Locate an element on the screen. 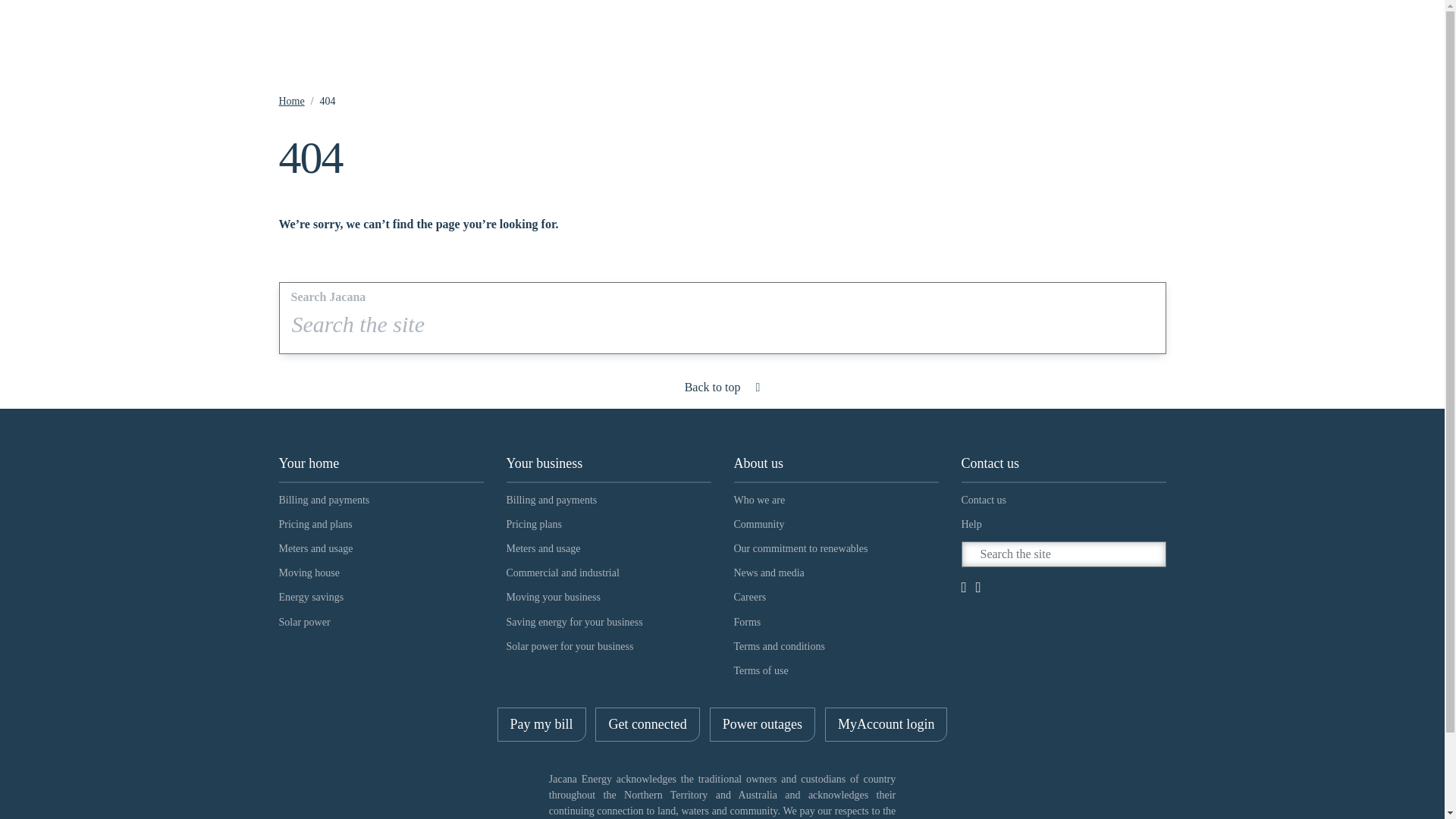 This screenshot has width=1456, height=819. 'Solar power' is located at coordinates (279, 623).